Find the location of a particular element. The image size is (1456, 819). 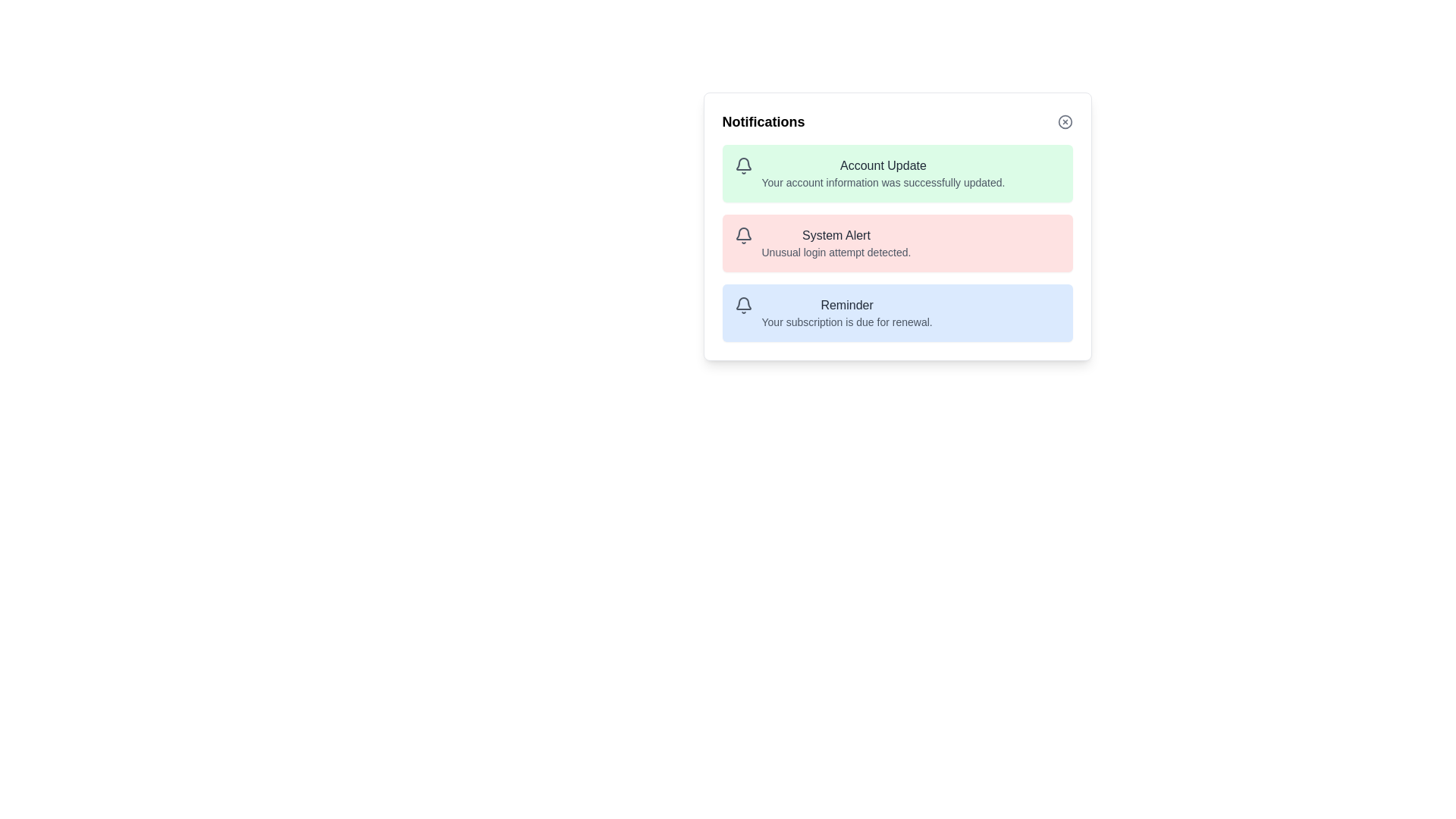

the static text label that serves as the title for the notification, summarizing the content as 'Account Update' is located at coordinates (883, 166).